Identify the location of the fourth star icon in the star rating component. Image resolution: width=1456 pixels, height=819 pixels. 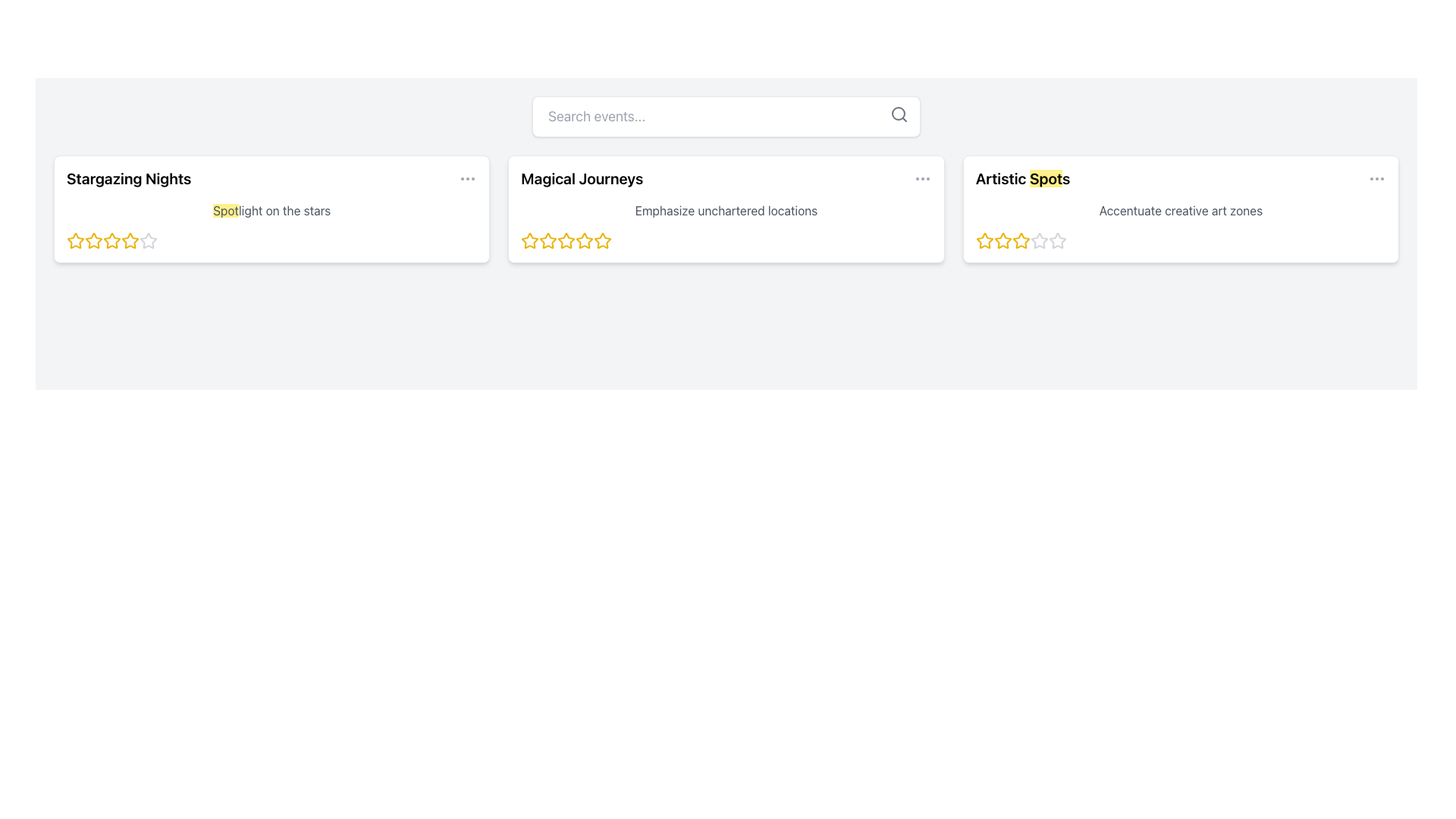
(111, 240).